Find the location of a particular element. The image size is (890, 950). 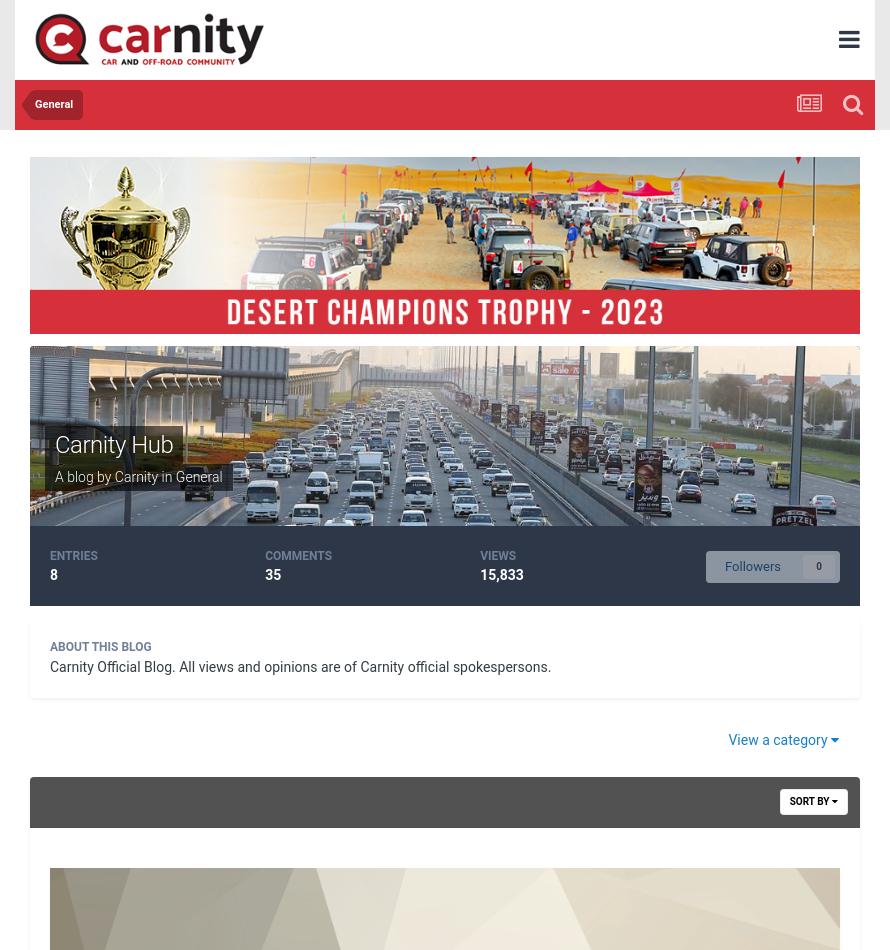

'View a category' is located at coordinates (779, 738).